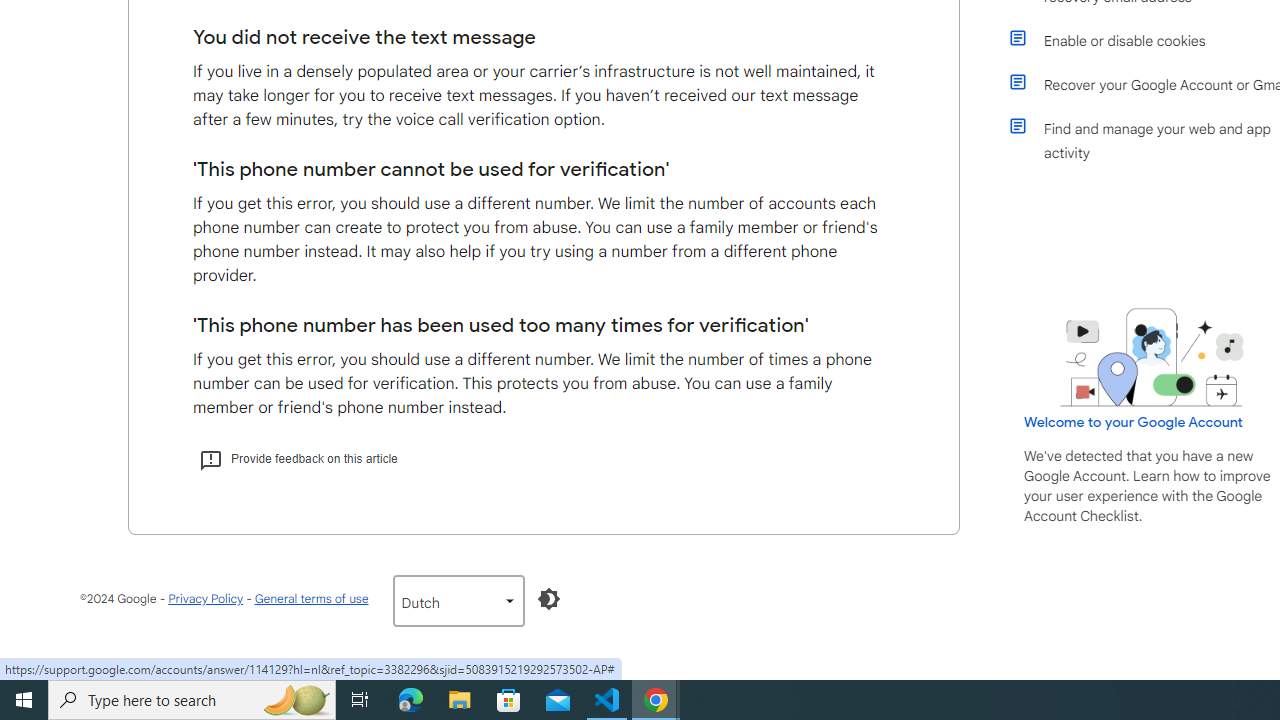 The height and width of the screenshot is (720, 1280). Describe the element at coordinates (1152, 356) in the screenshot. I see `'Learning Center home page image'` at that location.